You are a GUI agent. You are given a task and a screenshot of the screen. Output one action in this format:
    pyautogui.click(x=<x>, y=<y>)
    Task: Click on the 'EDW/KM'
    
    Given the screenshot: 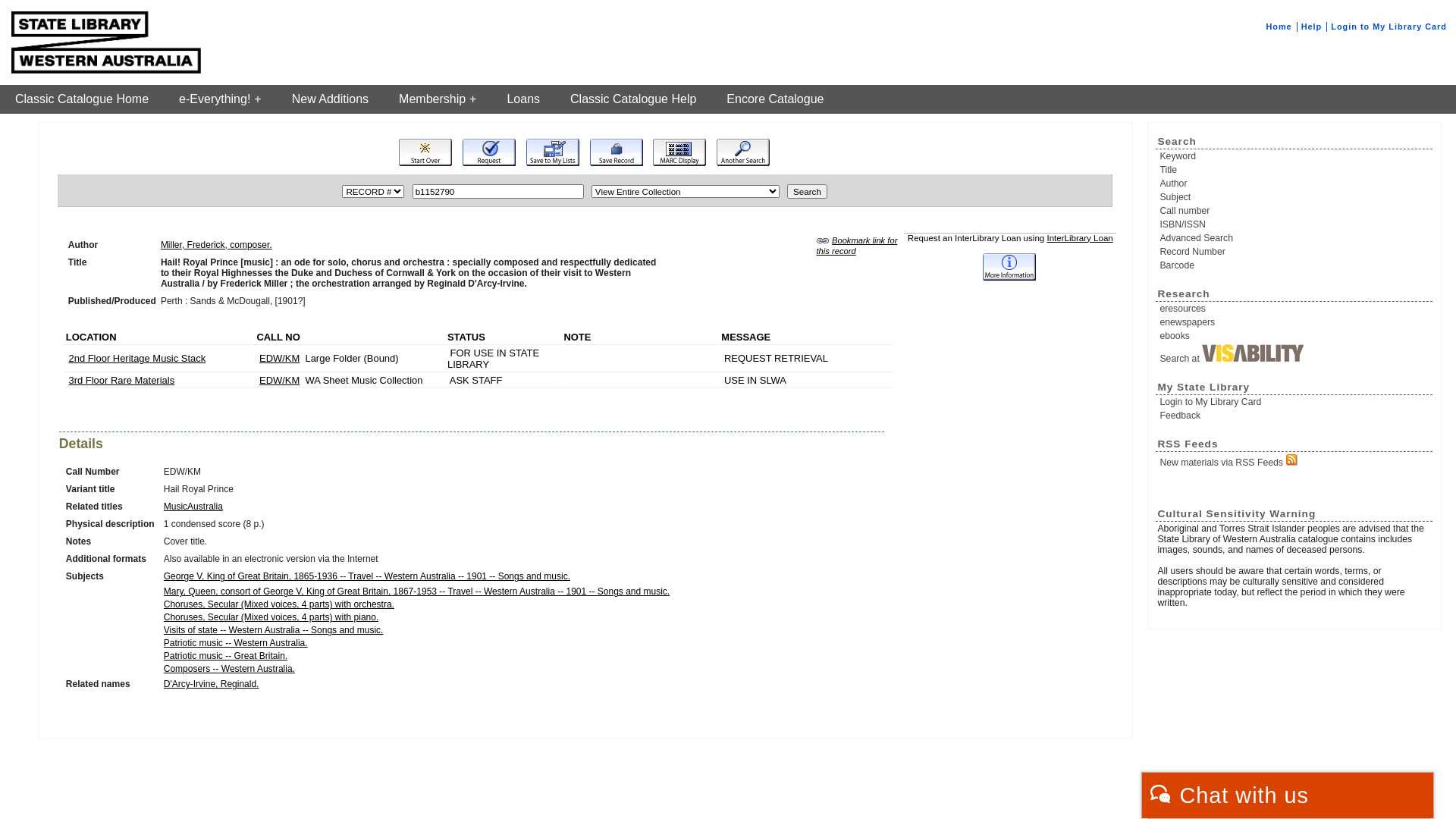 What is the action you would take?
    pyautogui.click(x=279, y=379)
    